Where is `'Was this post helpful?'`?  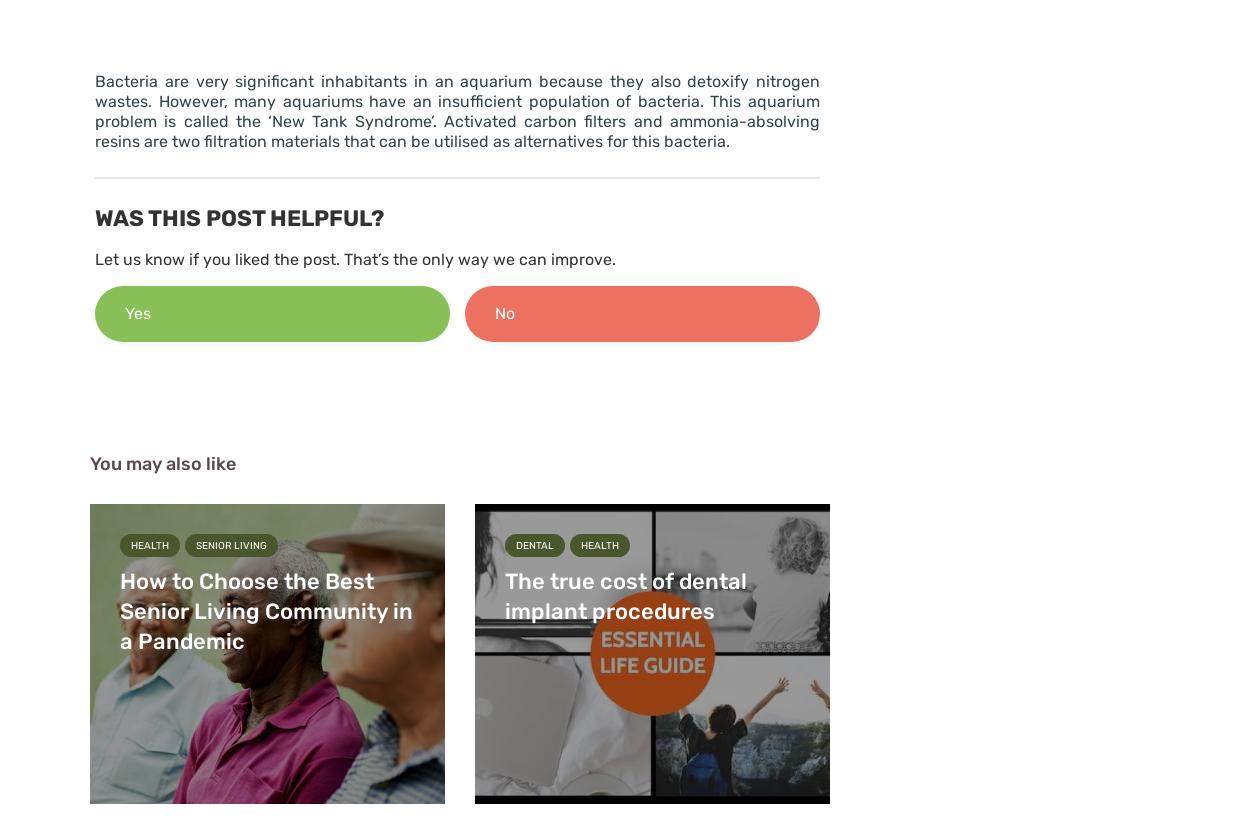
'Was this post helpful?' is located at coordinates (238, 218).